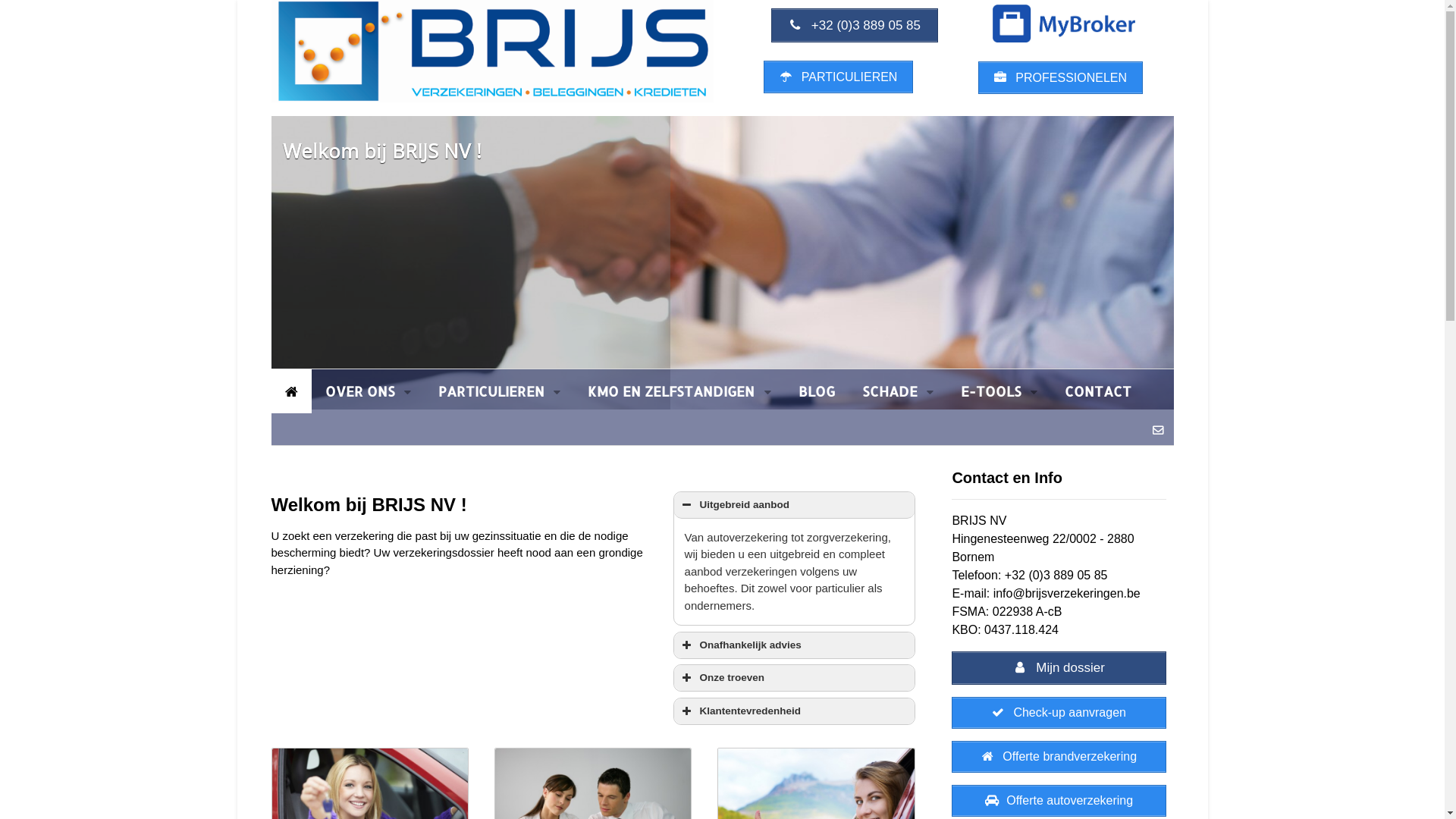 This screenshot has height=819, width=1456. What do you see at coordinates (1098, 391) in the screenshot?
I see `'CONTACT'` at bounding box center [1098, 391].